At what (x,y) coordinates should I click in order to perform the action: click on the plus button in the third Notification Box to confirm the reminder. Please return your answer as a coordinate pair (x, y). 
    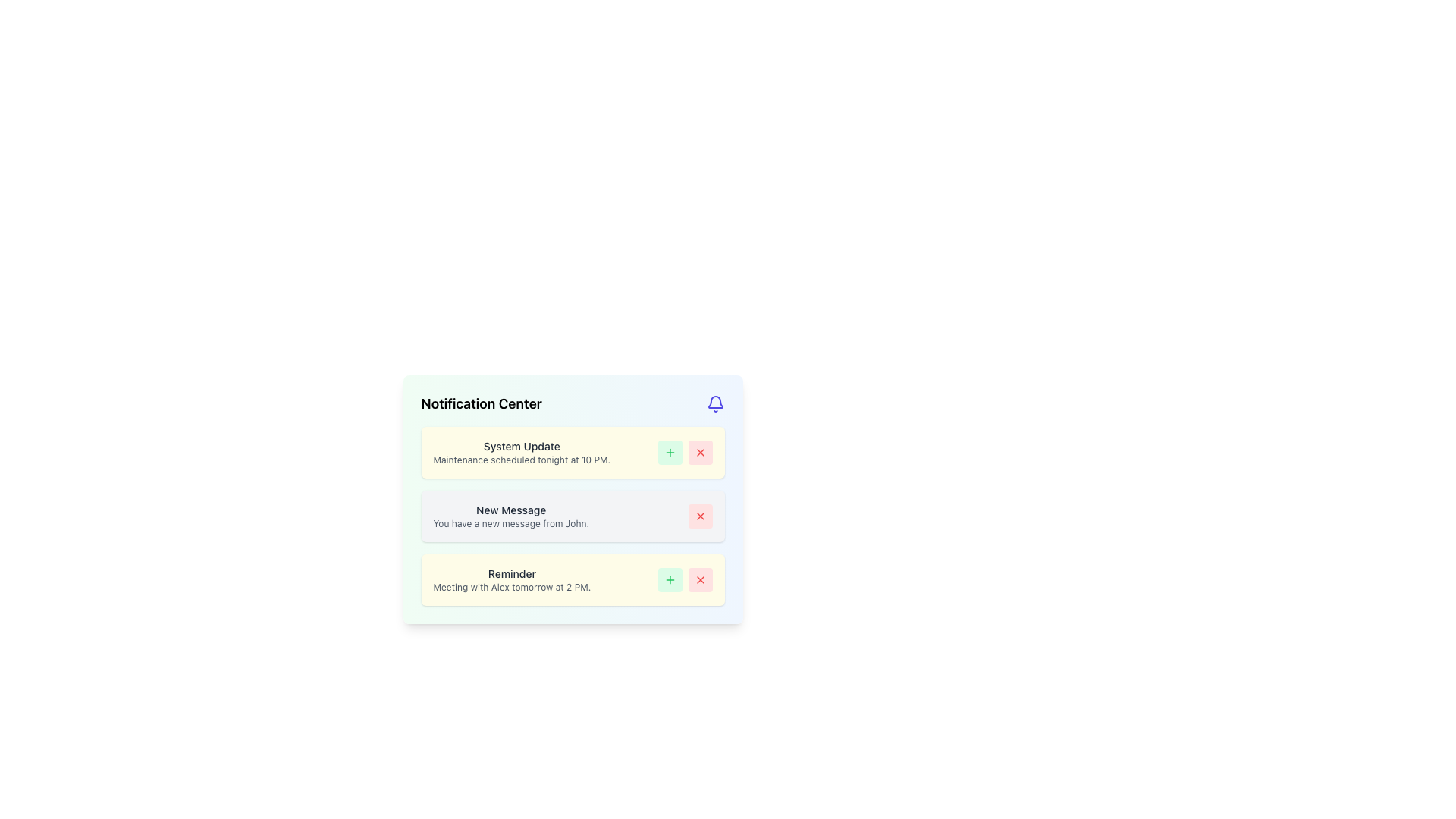
    Looking at the image, I should click on (572, 579).